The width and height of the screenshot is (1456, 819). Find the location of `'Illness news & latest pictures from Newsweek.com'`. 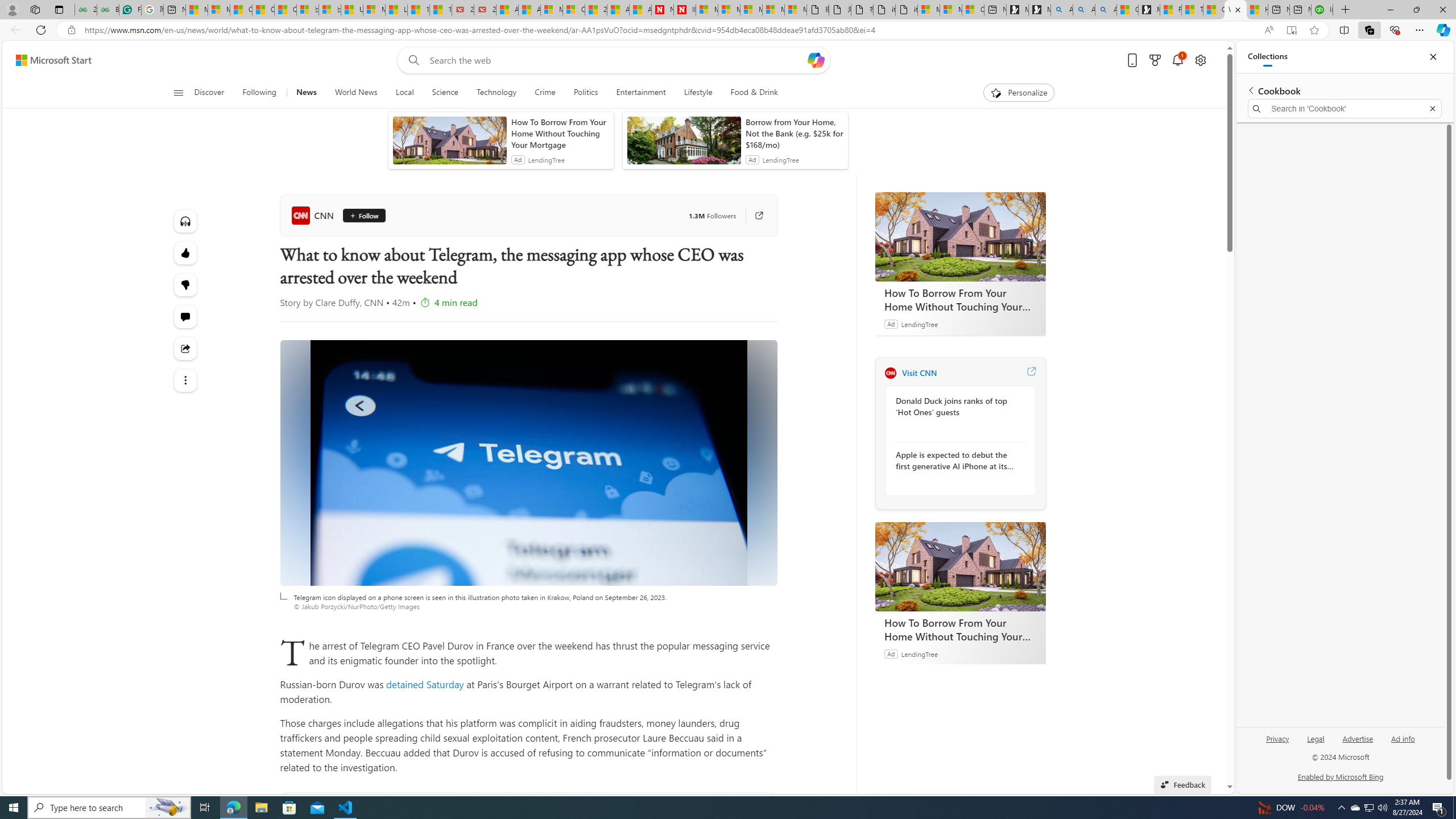

'Illness news & latest pictures from Newsweek.com' is located at coordinates (684, 9).